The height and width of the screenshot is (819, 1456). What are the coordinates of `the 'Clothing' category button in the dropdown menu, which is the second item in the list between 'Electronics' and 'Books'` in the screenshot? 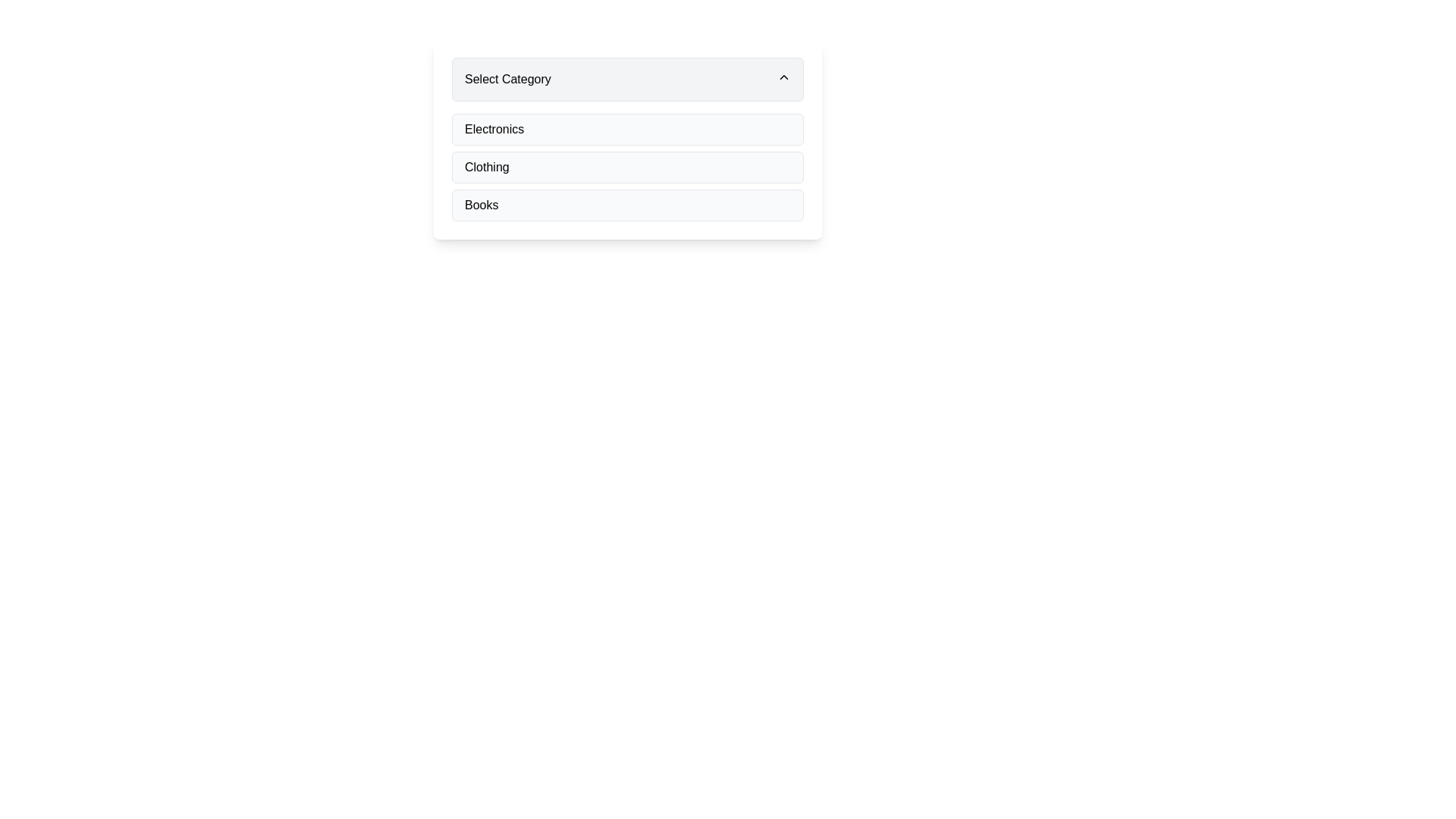 It's located at (628, 167).